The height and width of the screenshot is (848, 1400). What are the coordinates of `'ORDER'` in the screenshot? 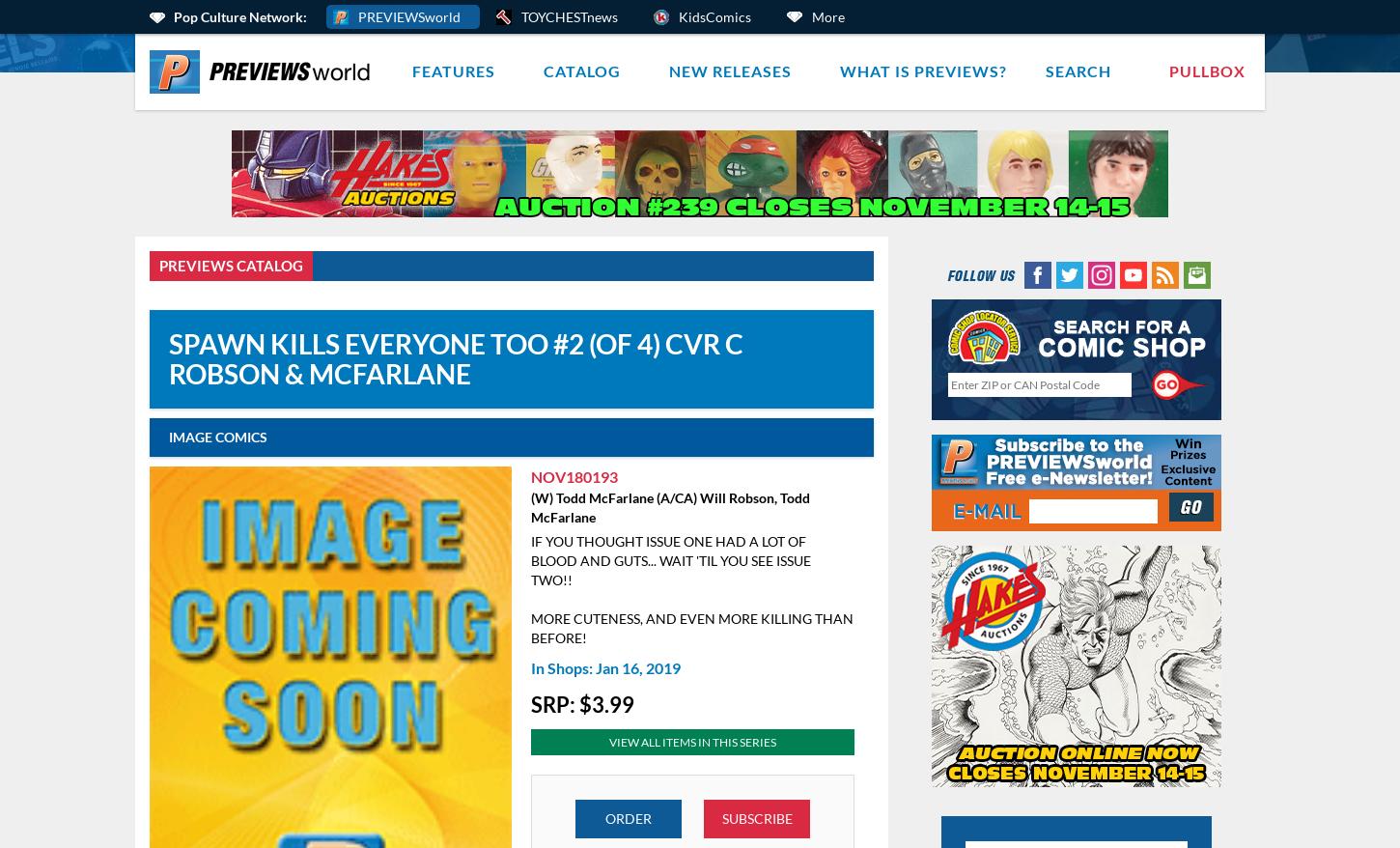 It's located at (628, 818).